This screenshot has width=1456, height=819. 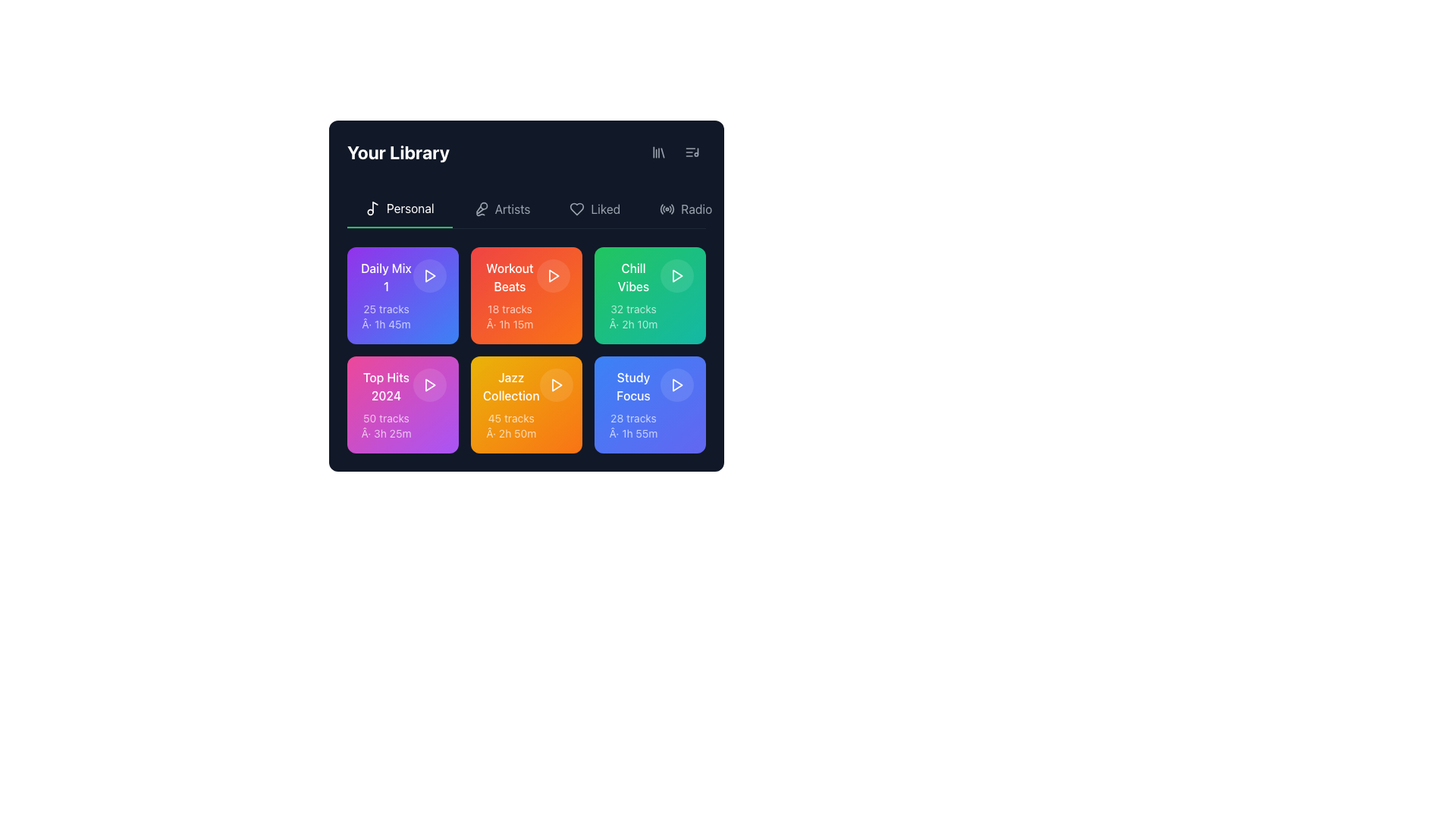 I want to click on the 'Radio' label in the navigation menu, which is displayed in light gray against a dark background and is located at the far right of the menu, so click(x=695, y=209).